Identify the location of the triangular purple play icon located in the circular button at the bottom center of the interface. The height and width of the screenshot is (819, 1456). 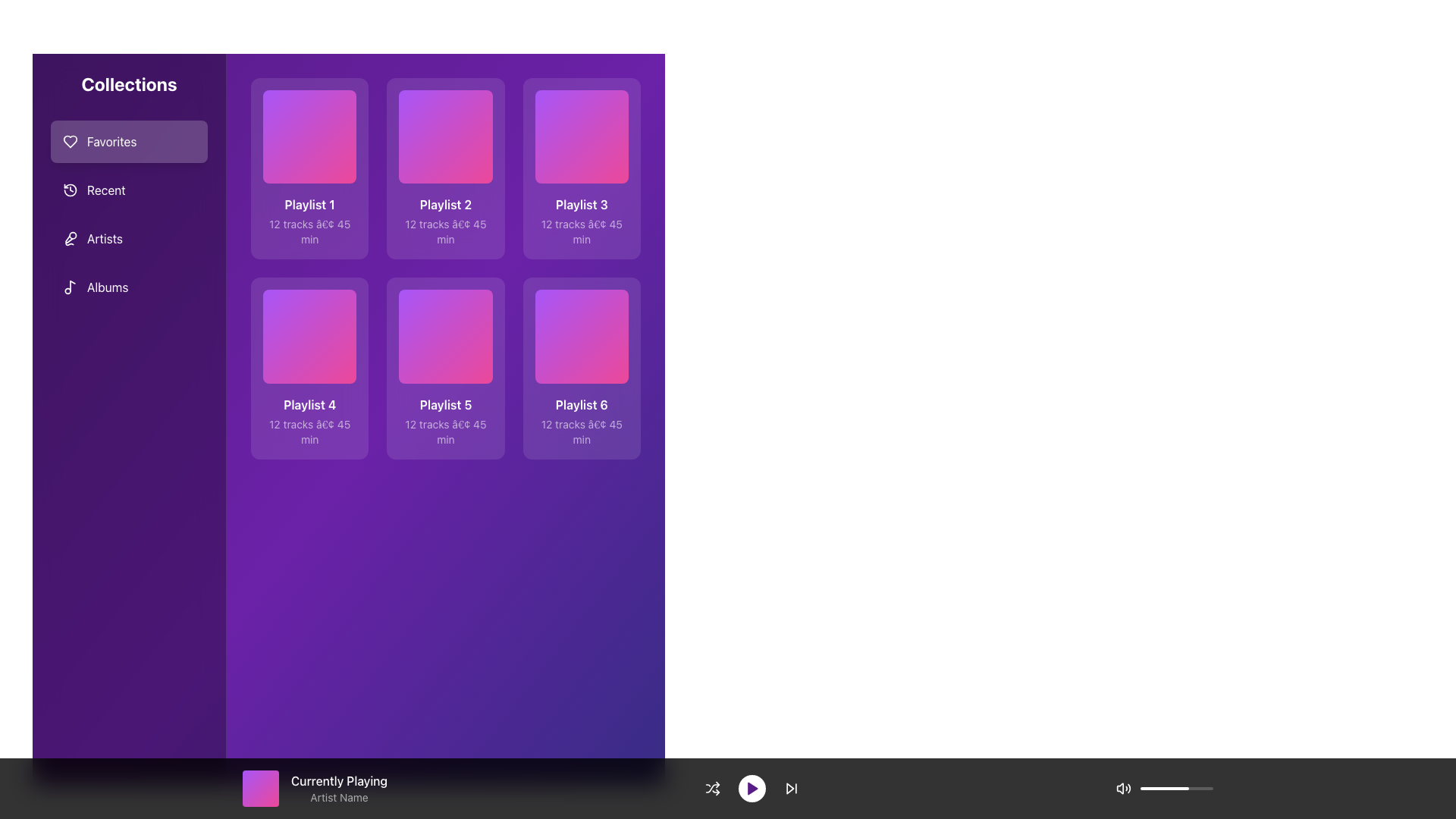
(752, 788).